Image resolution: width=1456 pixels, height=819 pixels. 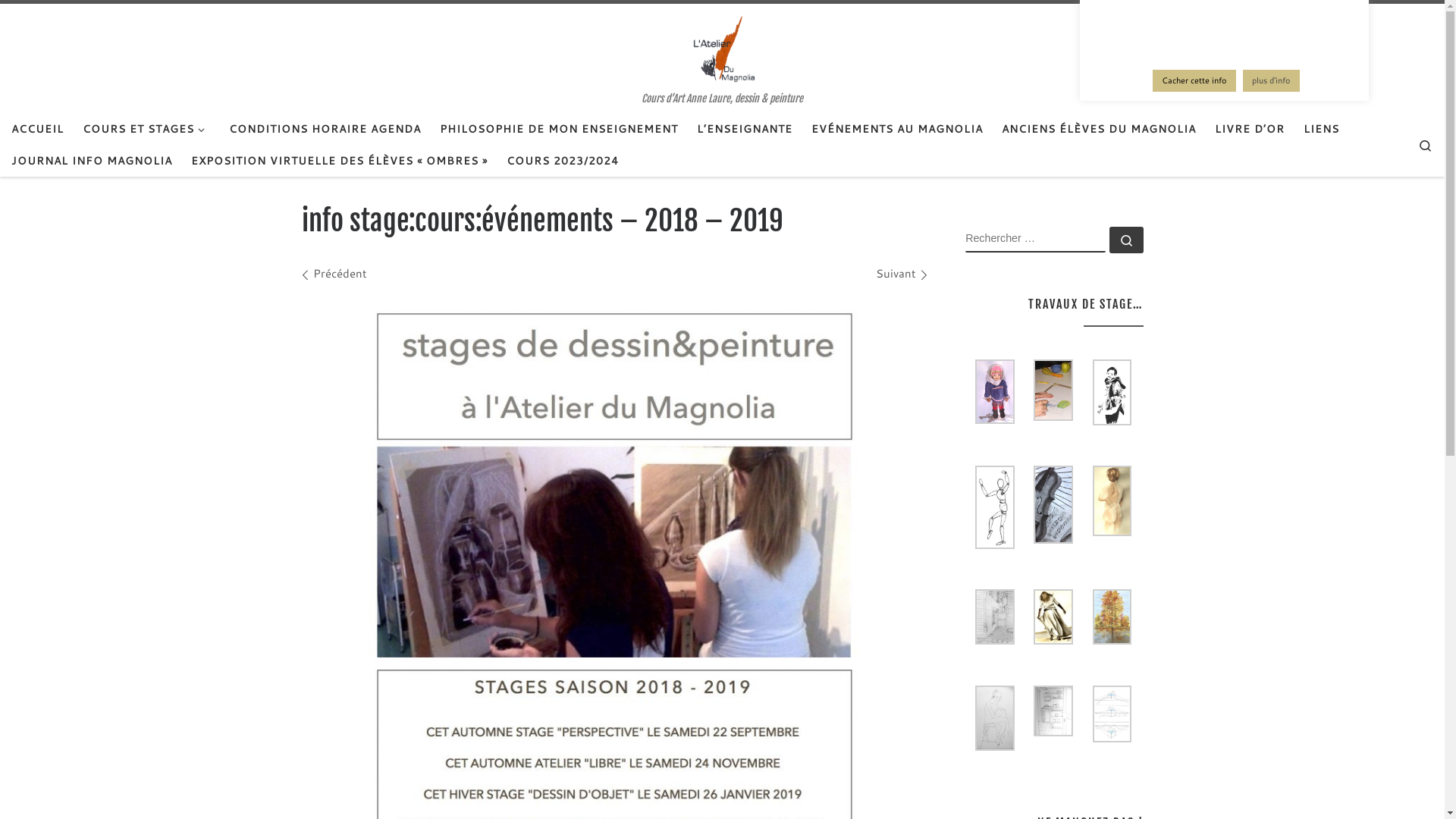 I want to click on 'COURS 2023/2024', so click(x=562, y=161).